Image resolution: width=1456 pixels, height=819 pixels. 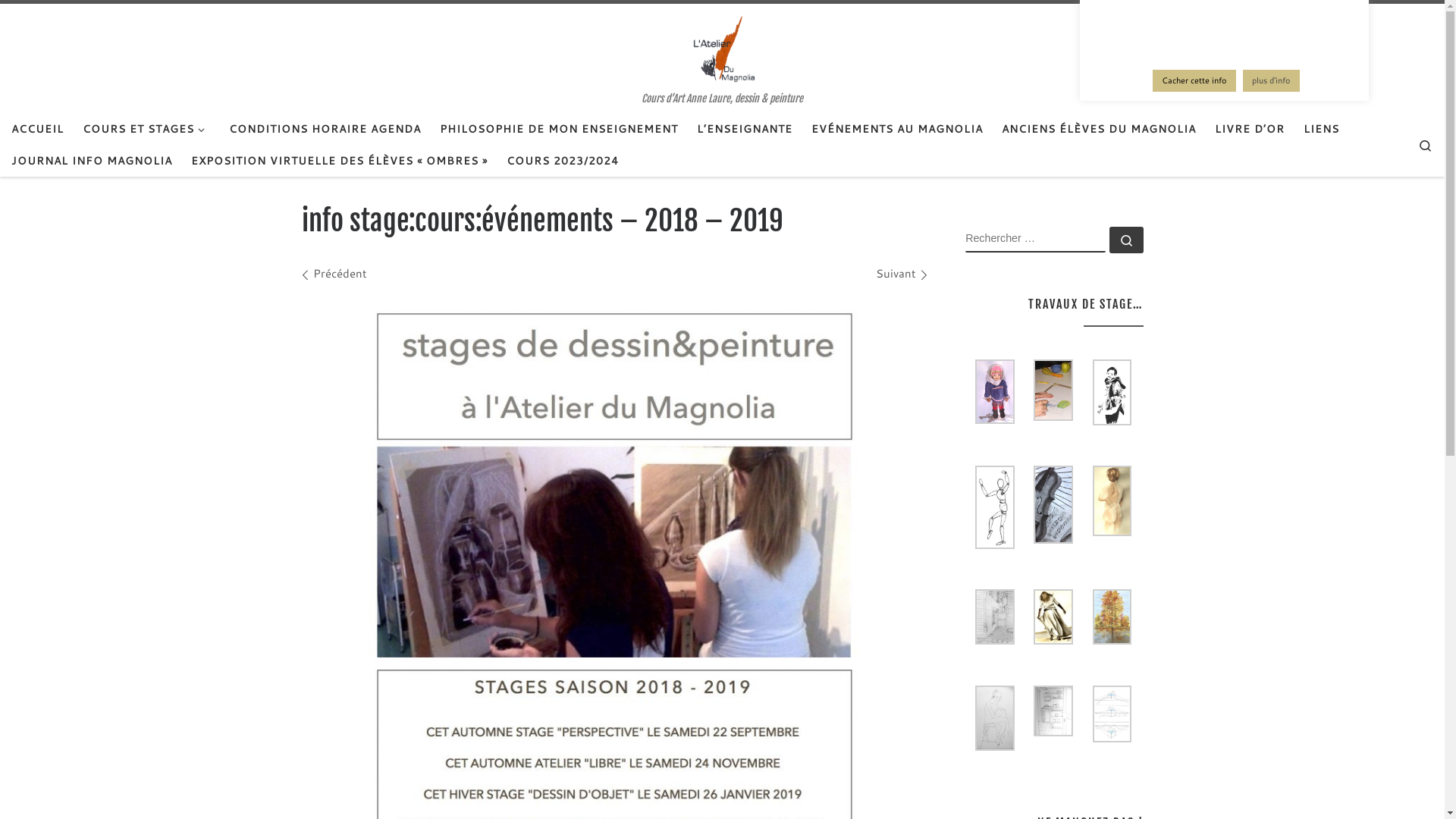 I want to click on 'COURS 2023/2024', so click(x=562, y=161).